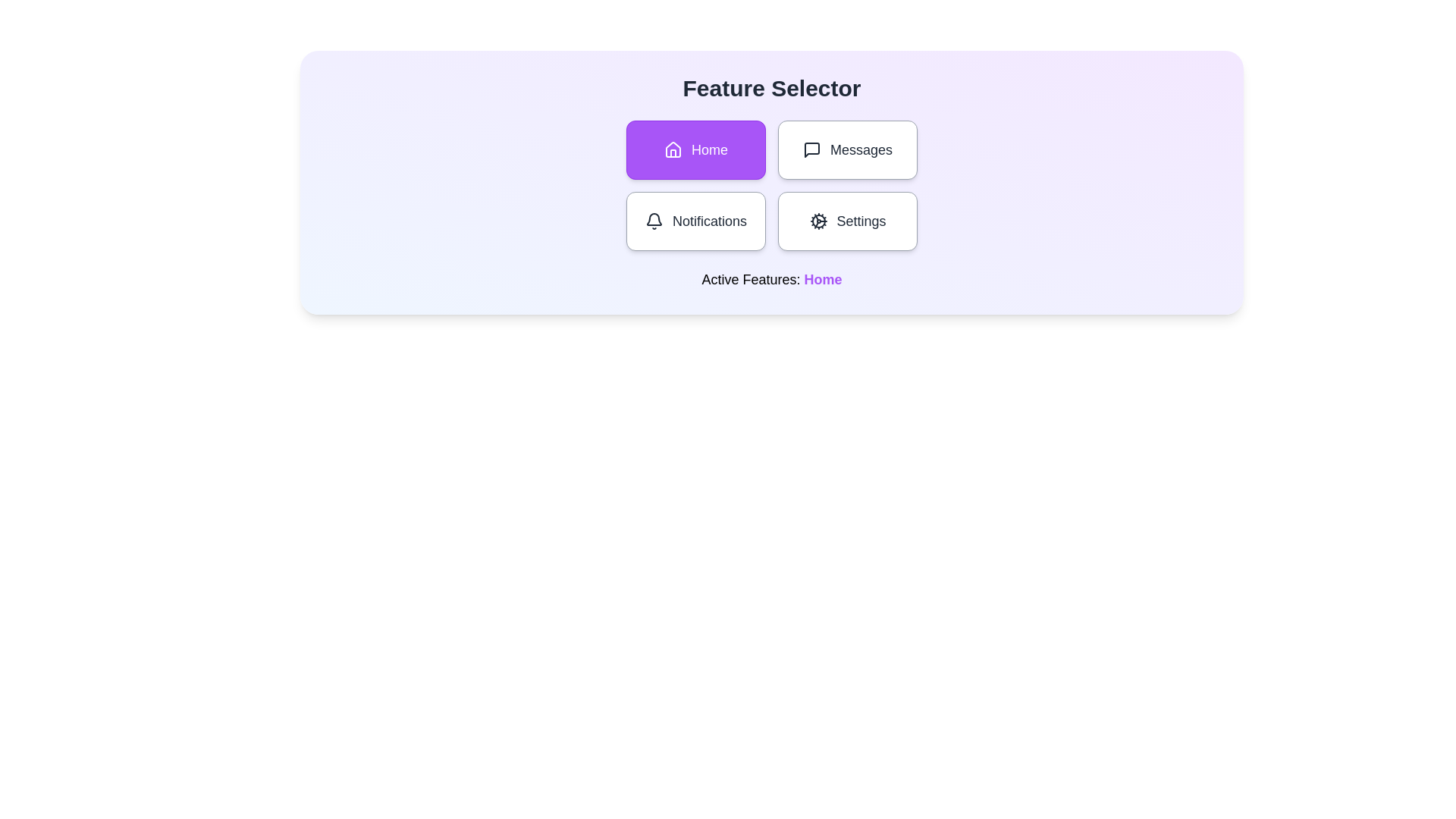 Image resolution: width=1456 pixels, height=819 pixels. Describe the element at coordinates (695, 221) in the screenshot. I see `the button located in the lower-left quadrant of the 'Feature Selector' grid, specifically the third button that activates the 'Notifications' feature` at that location.